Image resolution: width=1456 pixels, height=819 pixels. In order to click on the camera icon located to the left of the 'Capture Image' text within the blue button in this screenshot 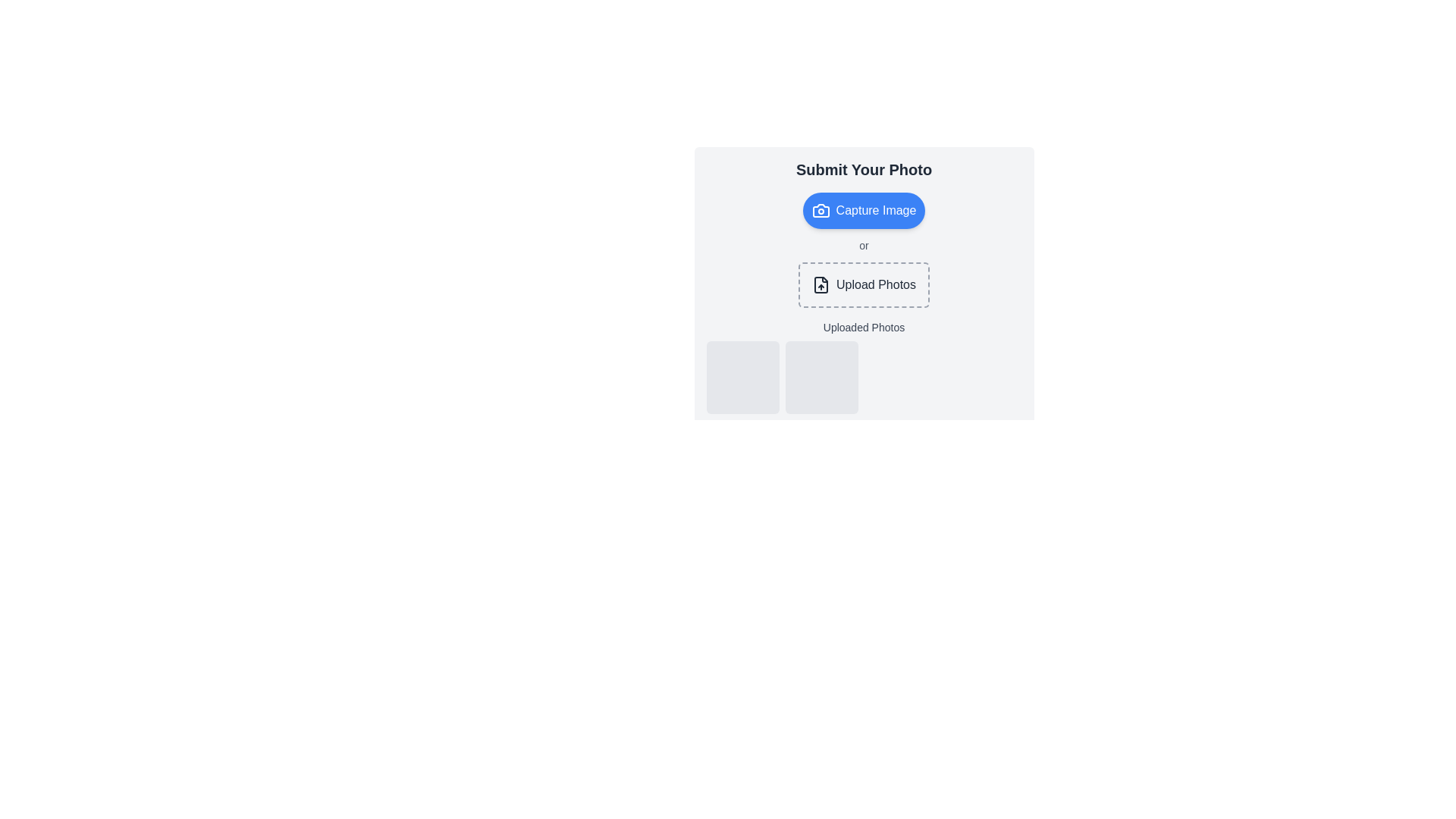, I will do `click(820, 210)`.